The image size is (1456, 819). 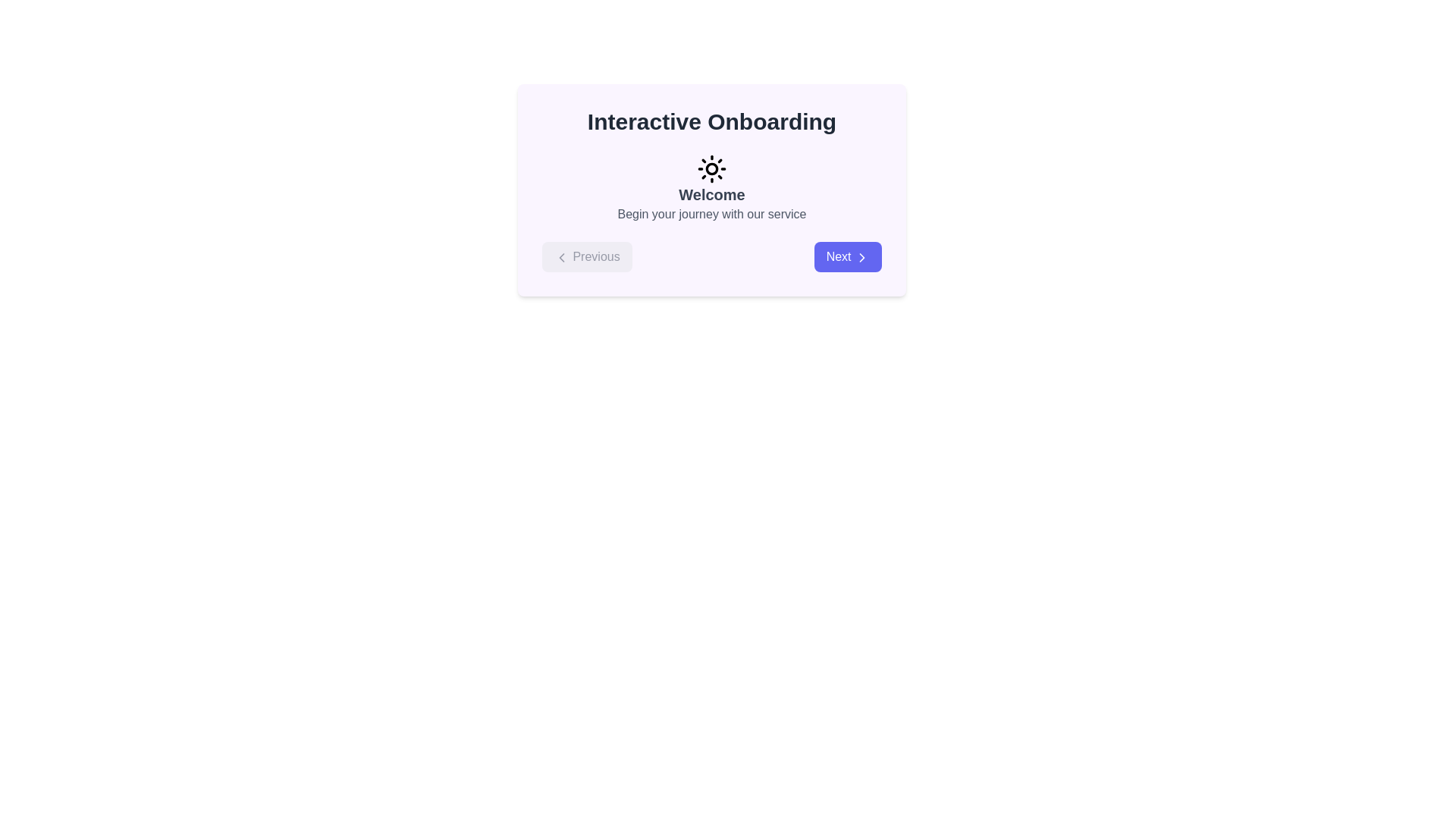 What do you see at coordinates (560, 256) in the screenshot?
I see `the left-pointing chevron icon inside the circular button of the 'Previous' button located in the bottom-left corner of the centered modal` at bounding box center [560, 256].